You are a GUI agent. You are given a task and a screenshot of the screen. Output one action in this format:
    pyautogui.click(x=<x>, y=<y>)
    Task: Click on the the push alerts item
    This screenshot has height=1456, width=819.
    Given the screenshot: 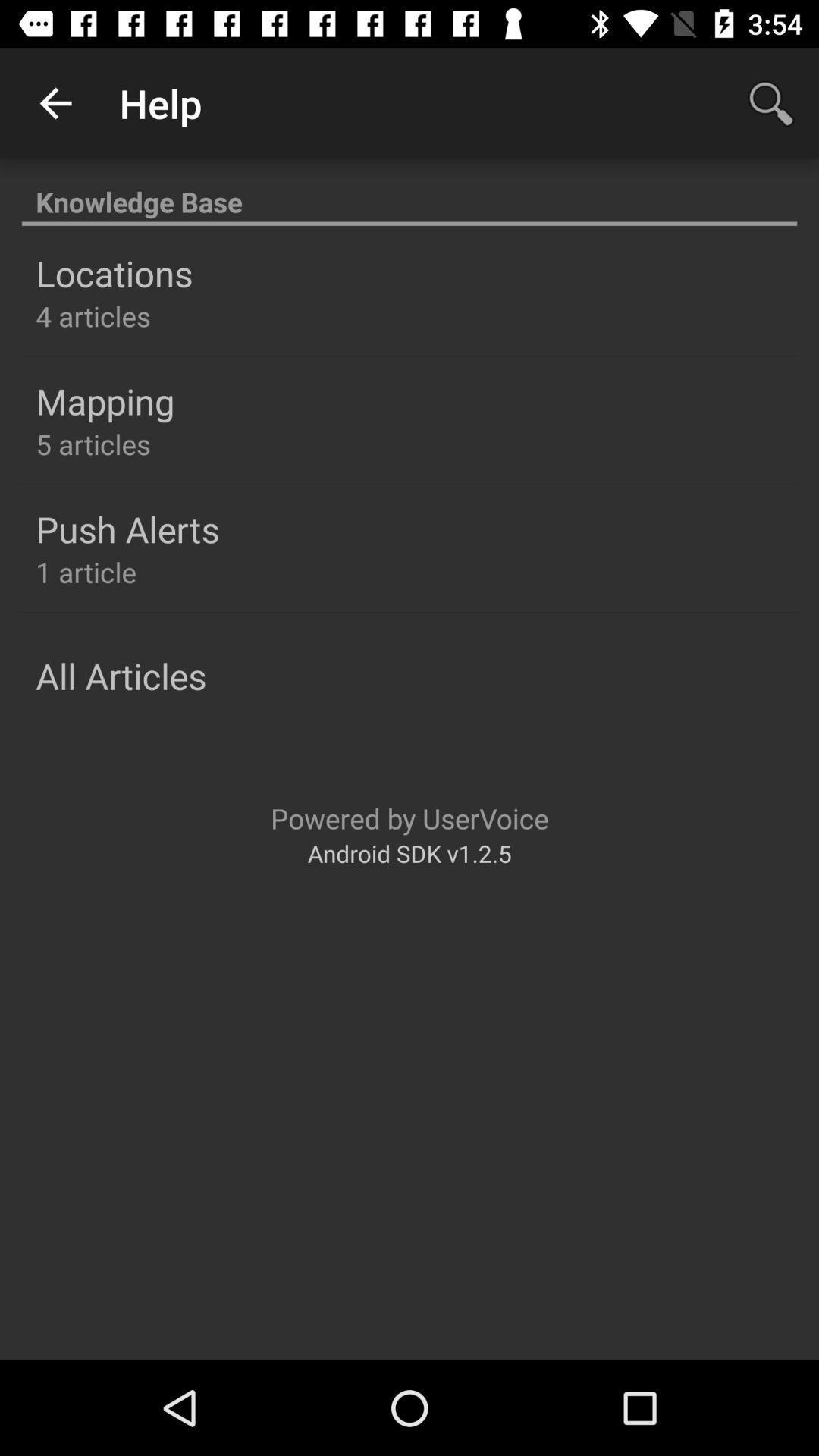 What is the action you would take?
    pyautogui.click(x=127, y=529)
    